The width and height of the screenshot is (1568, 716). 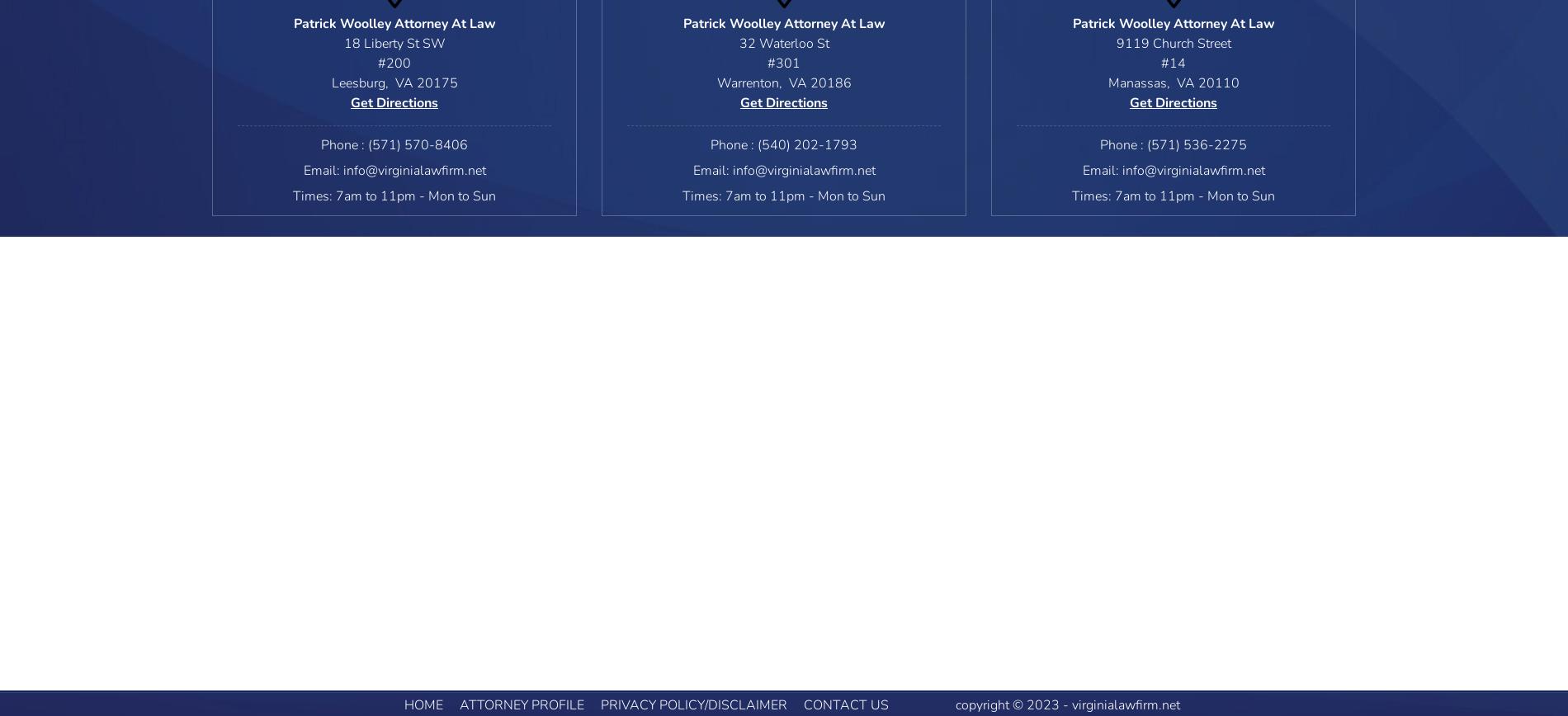 What do you see at coordinates (1197, 145) in the screenshot?
I see `'(571) 536-2275'` at bounding box center [1197, 145].